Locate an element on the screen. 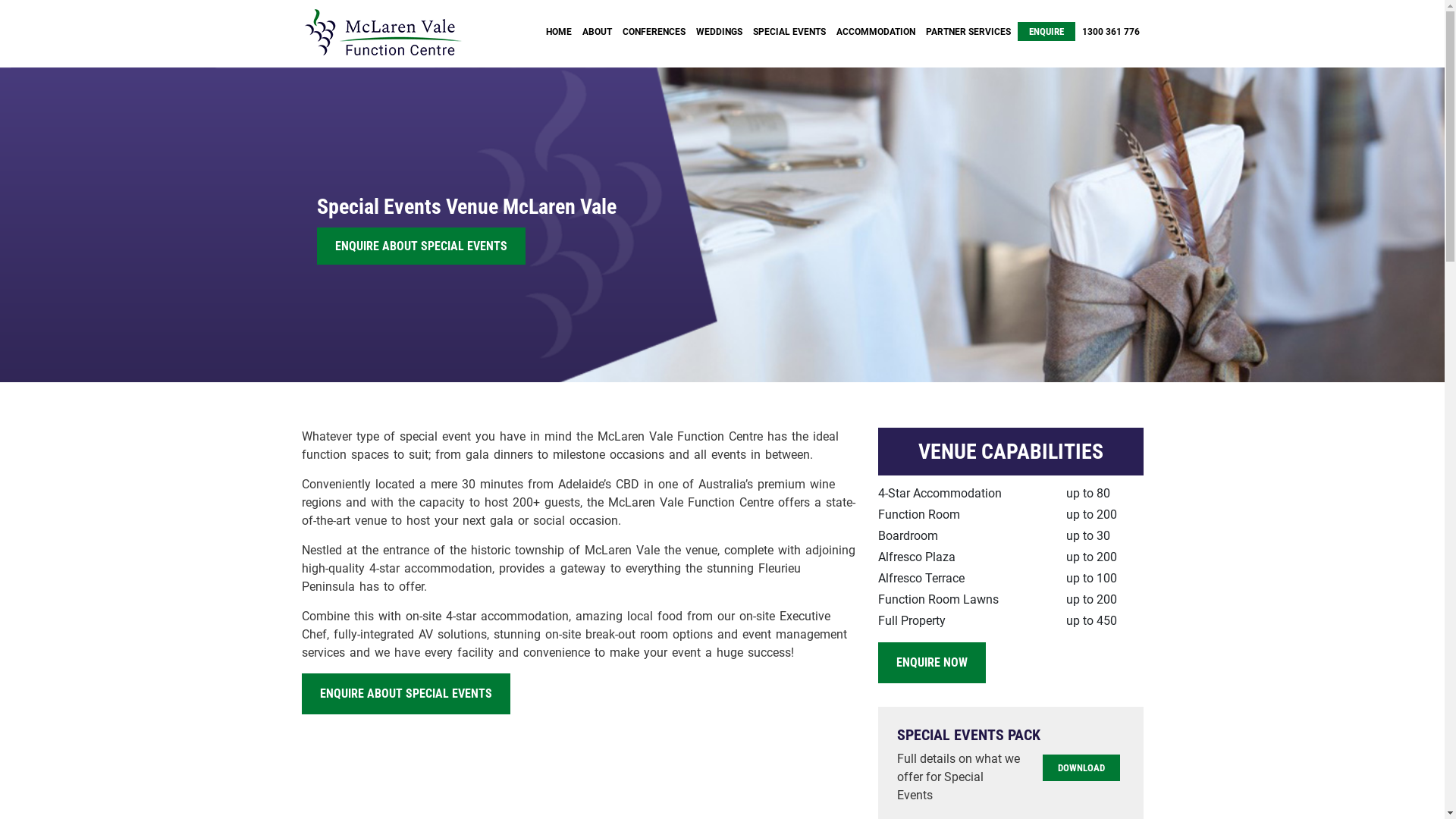  'ACCOMMODATION' is located at coordinates (876, 32).